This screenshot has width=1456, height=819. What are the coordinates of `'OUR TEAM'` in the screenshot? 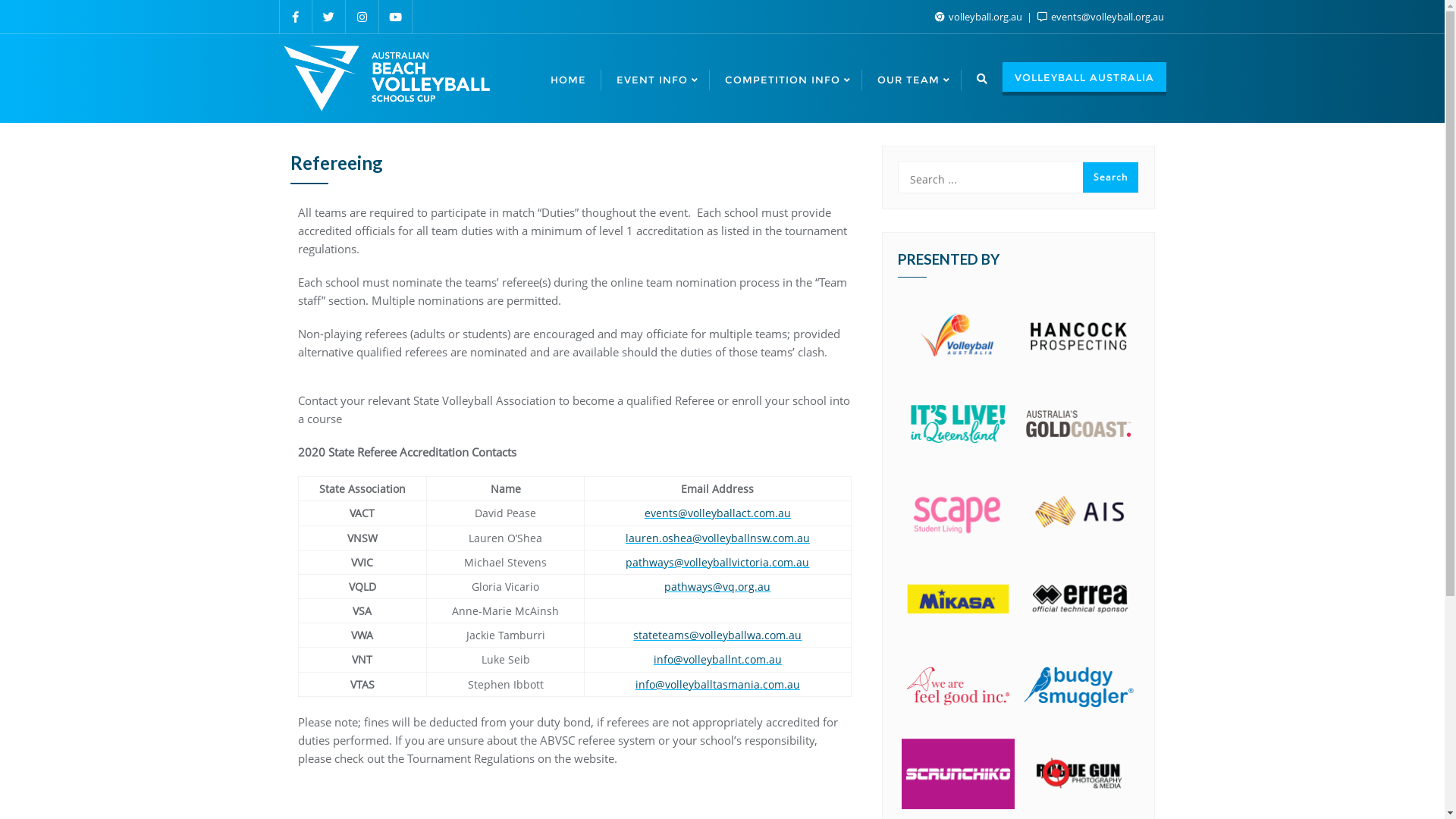 It's located at (910, 78).